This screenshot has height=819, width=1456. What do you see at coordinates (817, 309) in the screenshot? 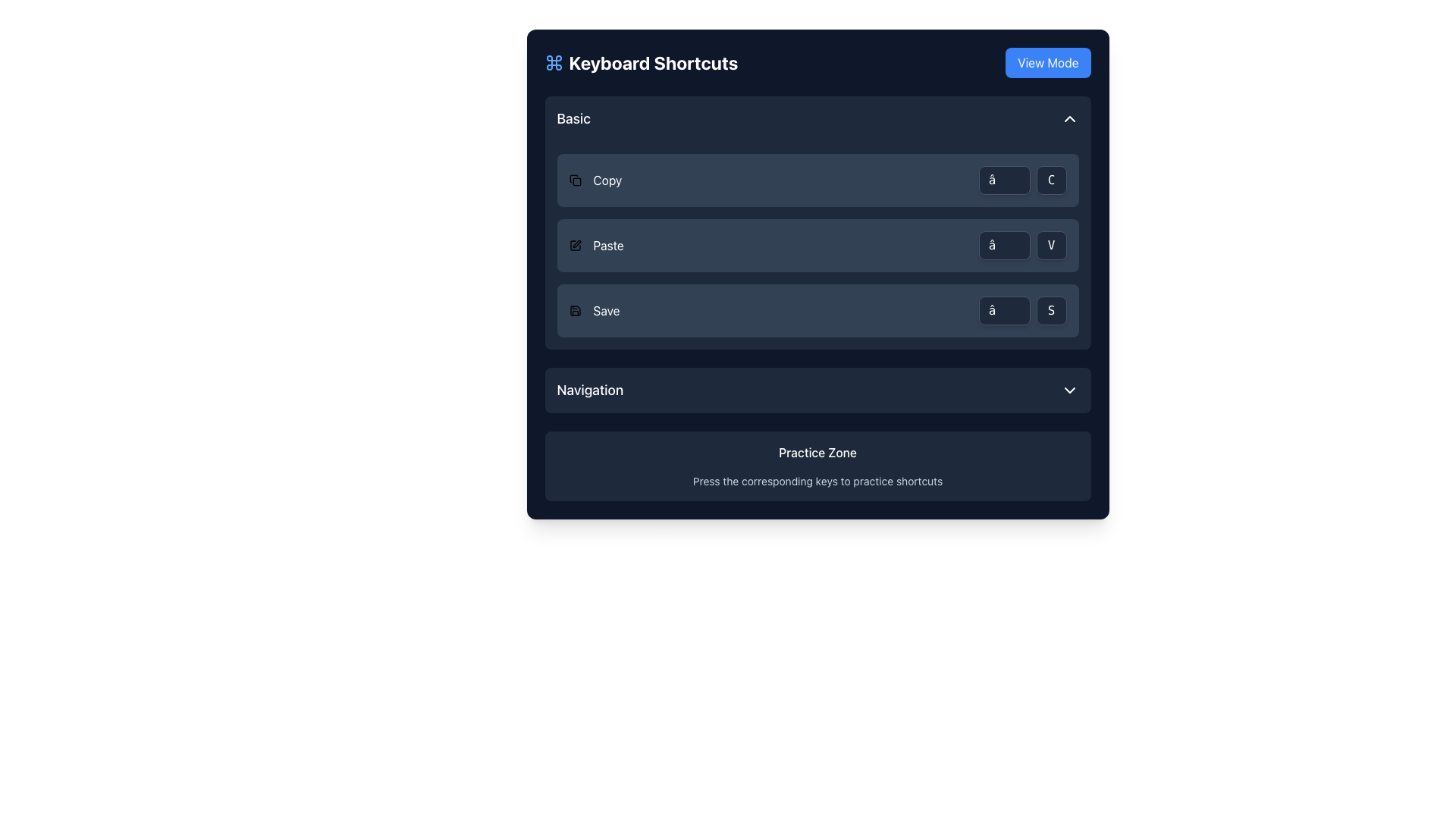
I see `the save function information block located` at bounding box center [817, 309].